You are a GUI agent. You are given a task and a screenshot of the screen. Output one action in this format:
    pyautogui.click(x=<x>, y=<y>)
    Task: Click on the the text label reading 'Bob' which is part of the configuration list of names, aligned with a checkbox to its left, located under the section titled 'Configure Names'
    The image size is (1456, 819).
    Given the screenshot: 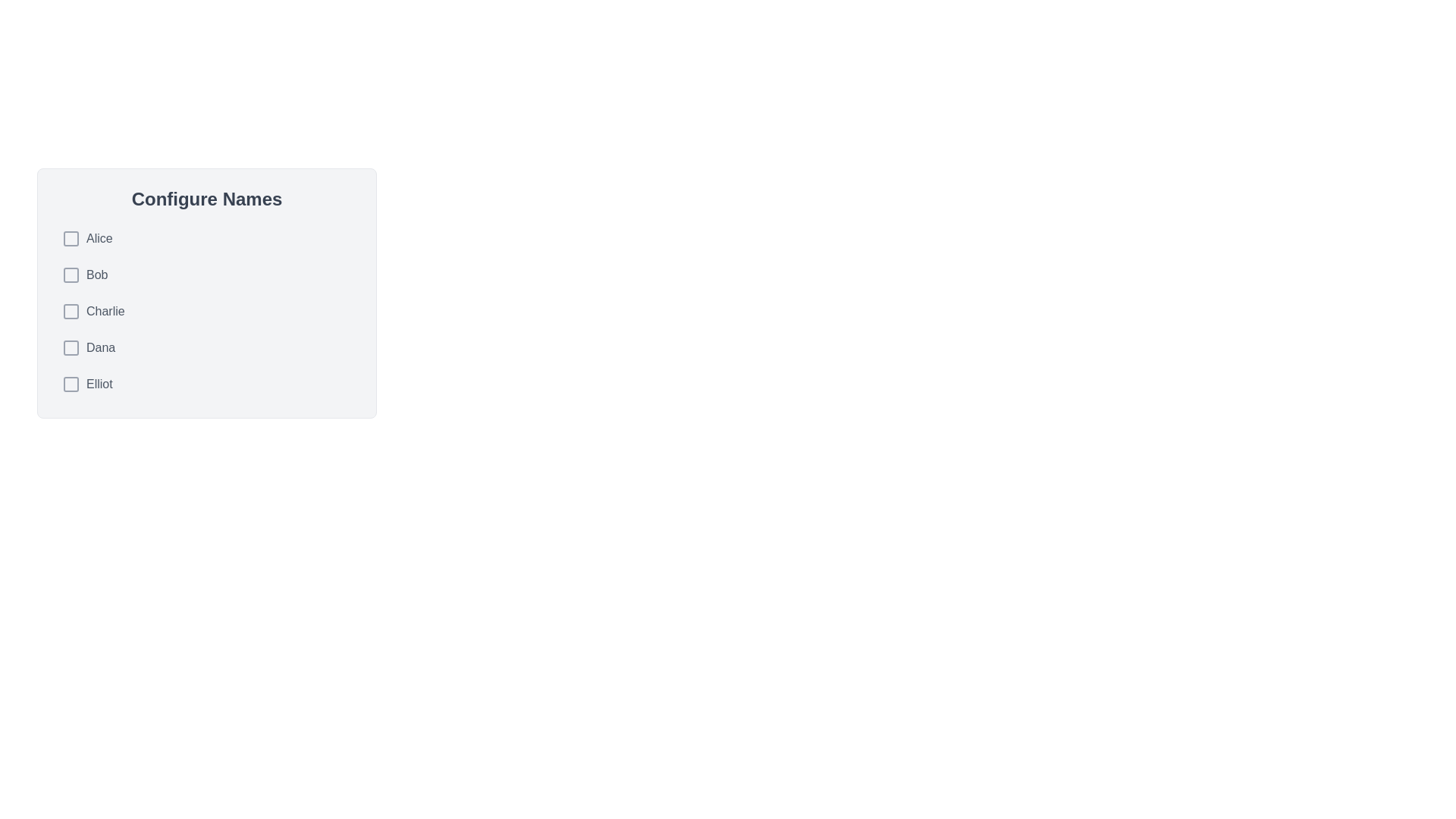 What is the action you would take?
    pyautogui.click(x=96, y=275)
    